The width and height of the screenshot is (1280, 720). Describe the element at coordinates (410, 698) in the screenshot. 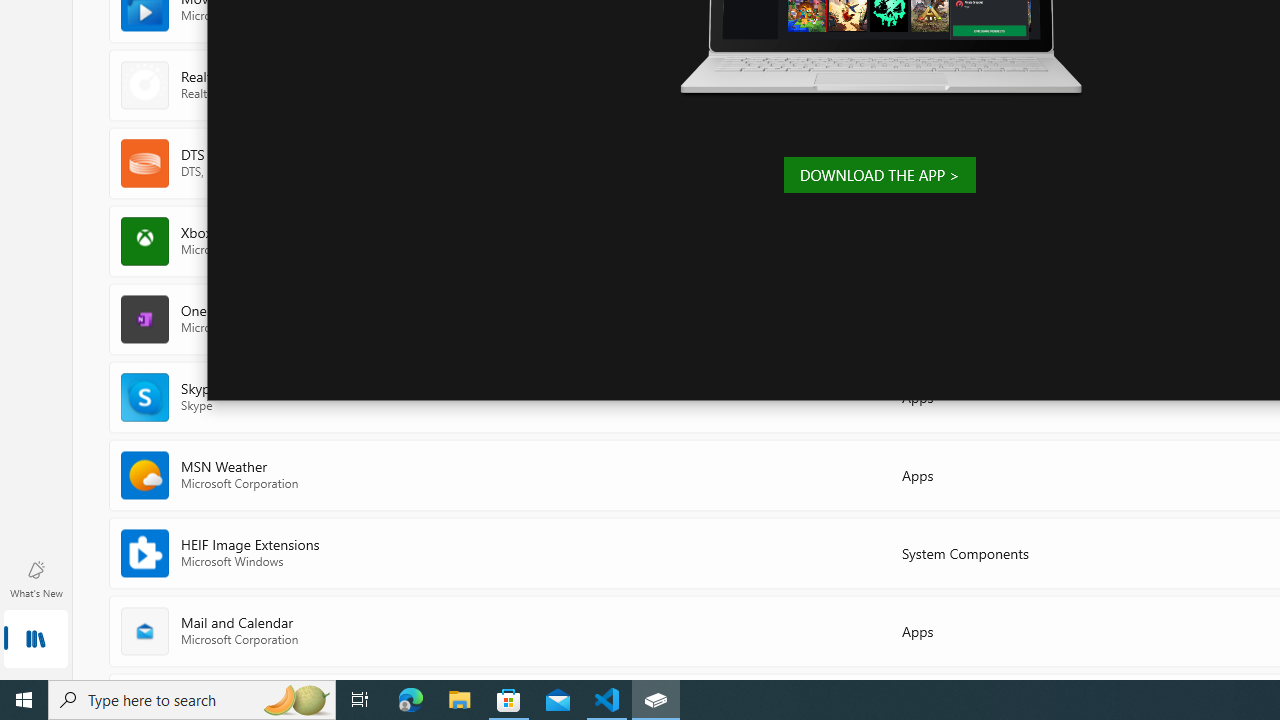

I see `'Microsoft Edge'` at that location.